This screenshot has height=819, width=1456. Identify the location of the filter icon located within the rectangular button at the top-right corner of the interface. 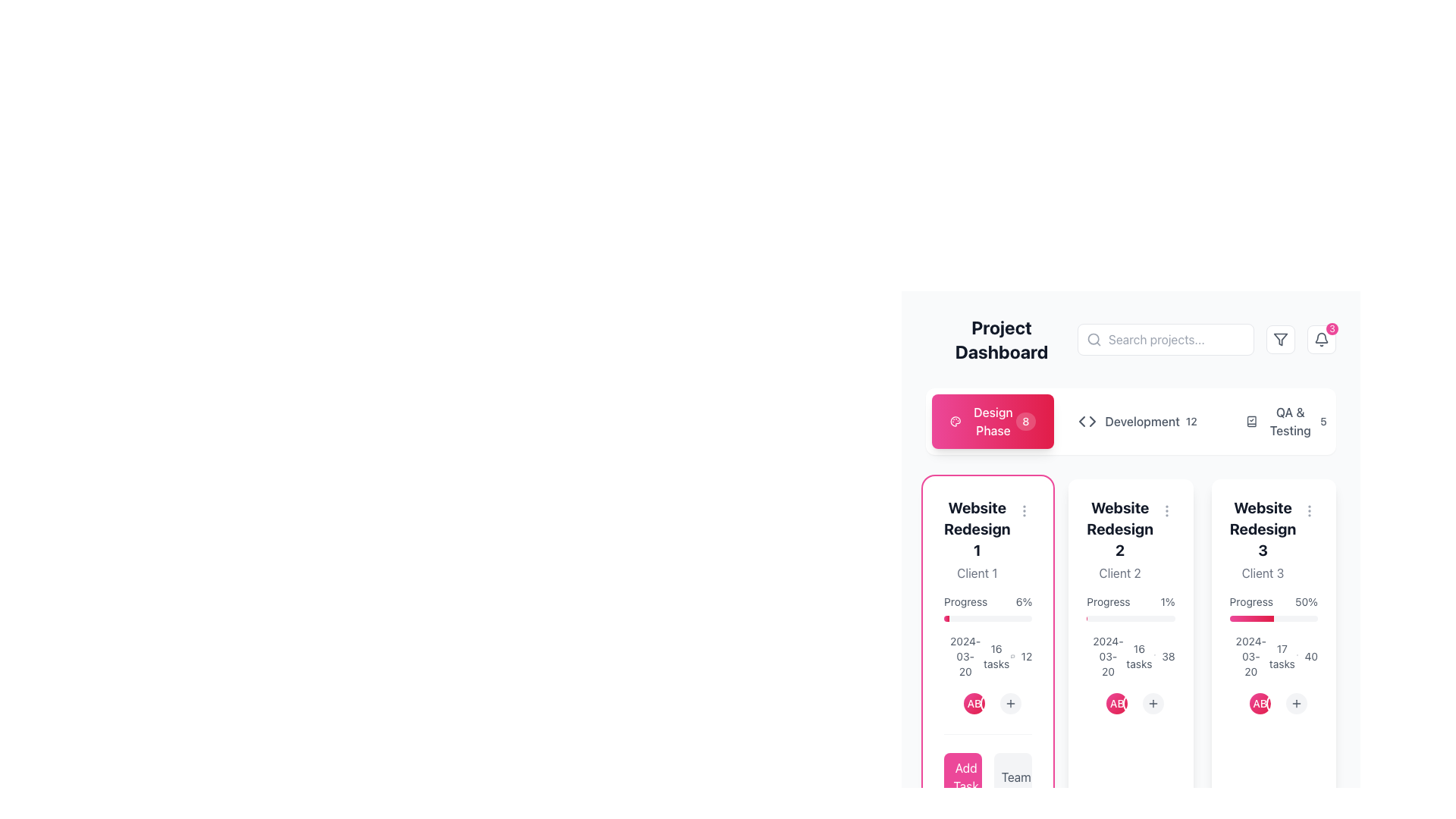
(1280, 338).